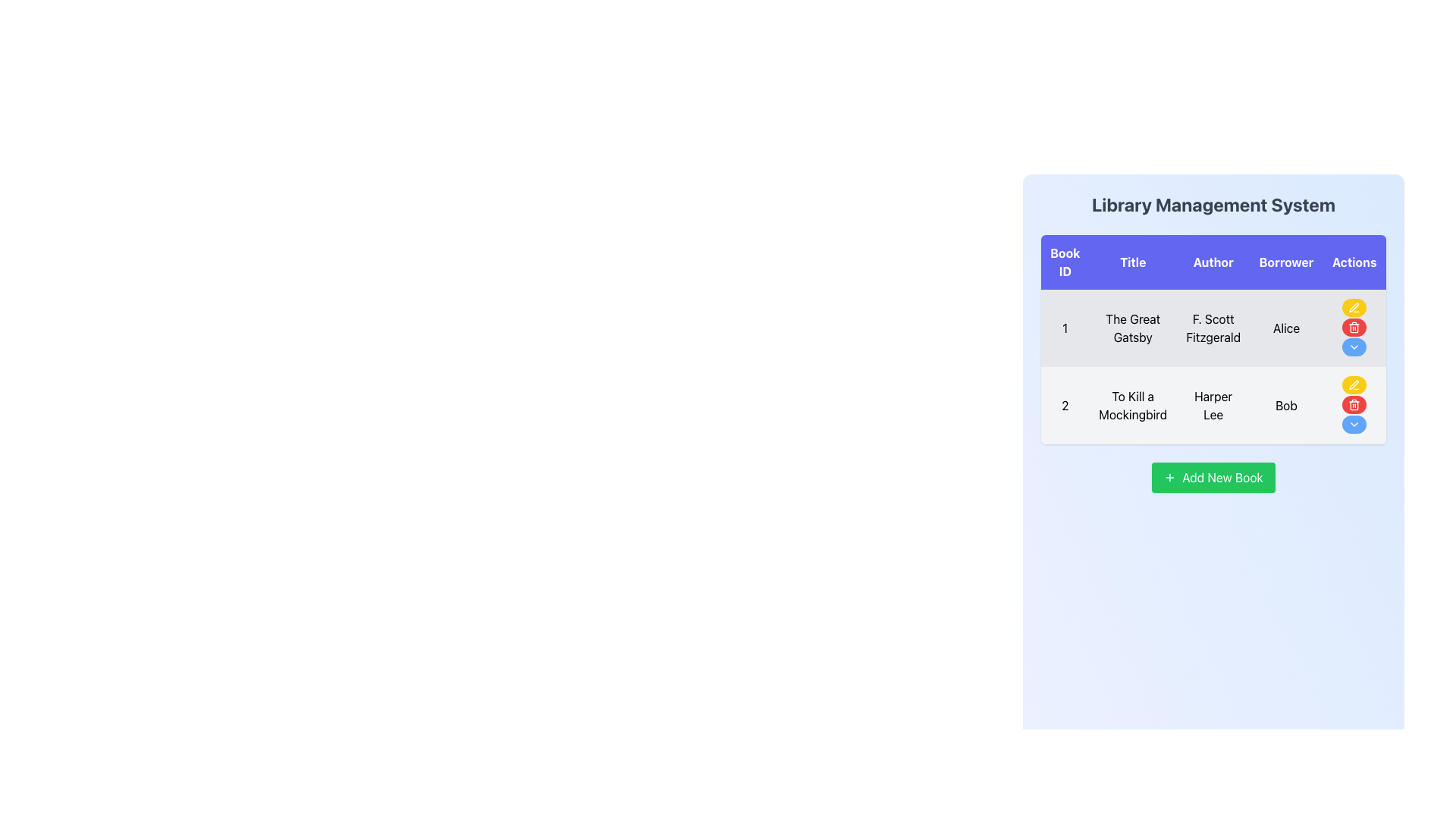 The width and height of the screenshot is (1456, 819). What do you see at coordinates (1212, 366) in the screenshot?
I see `the Table Row (Grid Row) containing structured data about books` at bounding box center [1212, 366].